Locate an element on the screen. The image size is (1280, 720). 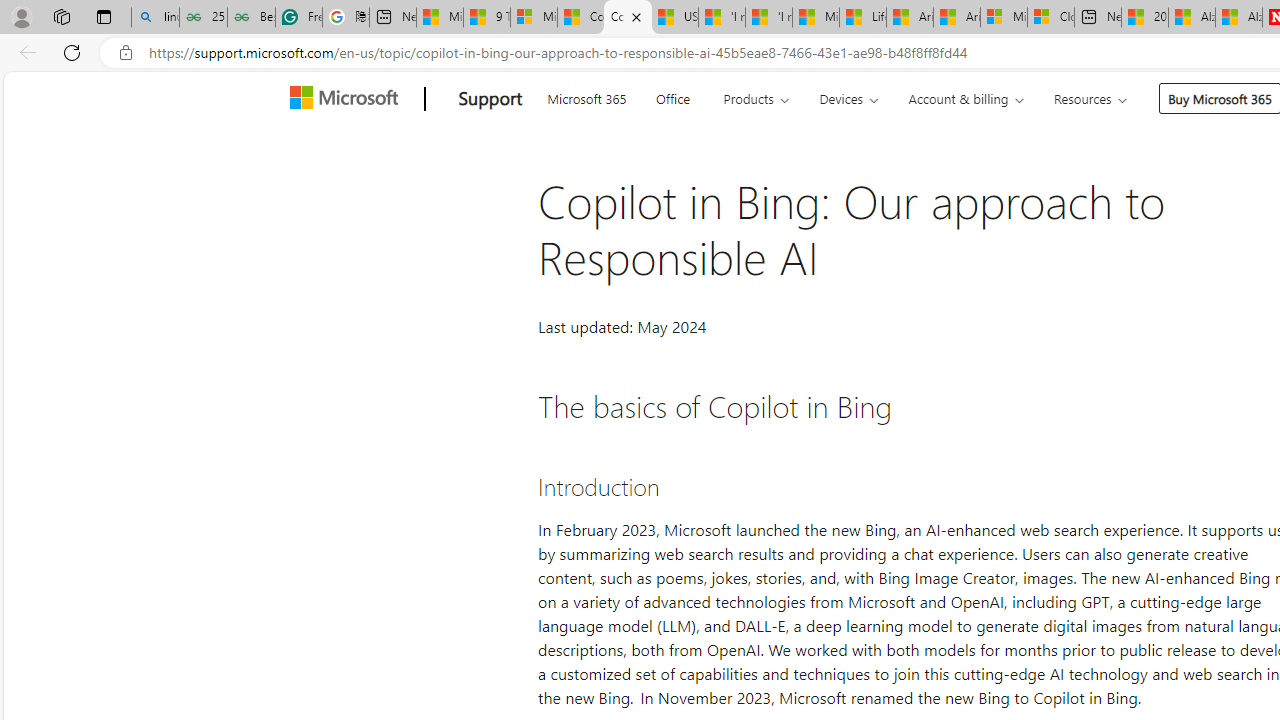
'Support' is located at coordinates (490, 99).